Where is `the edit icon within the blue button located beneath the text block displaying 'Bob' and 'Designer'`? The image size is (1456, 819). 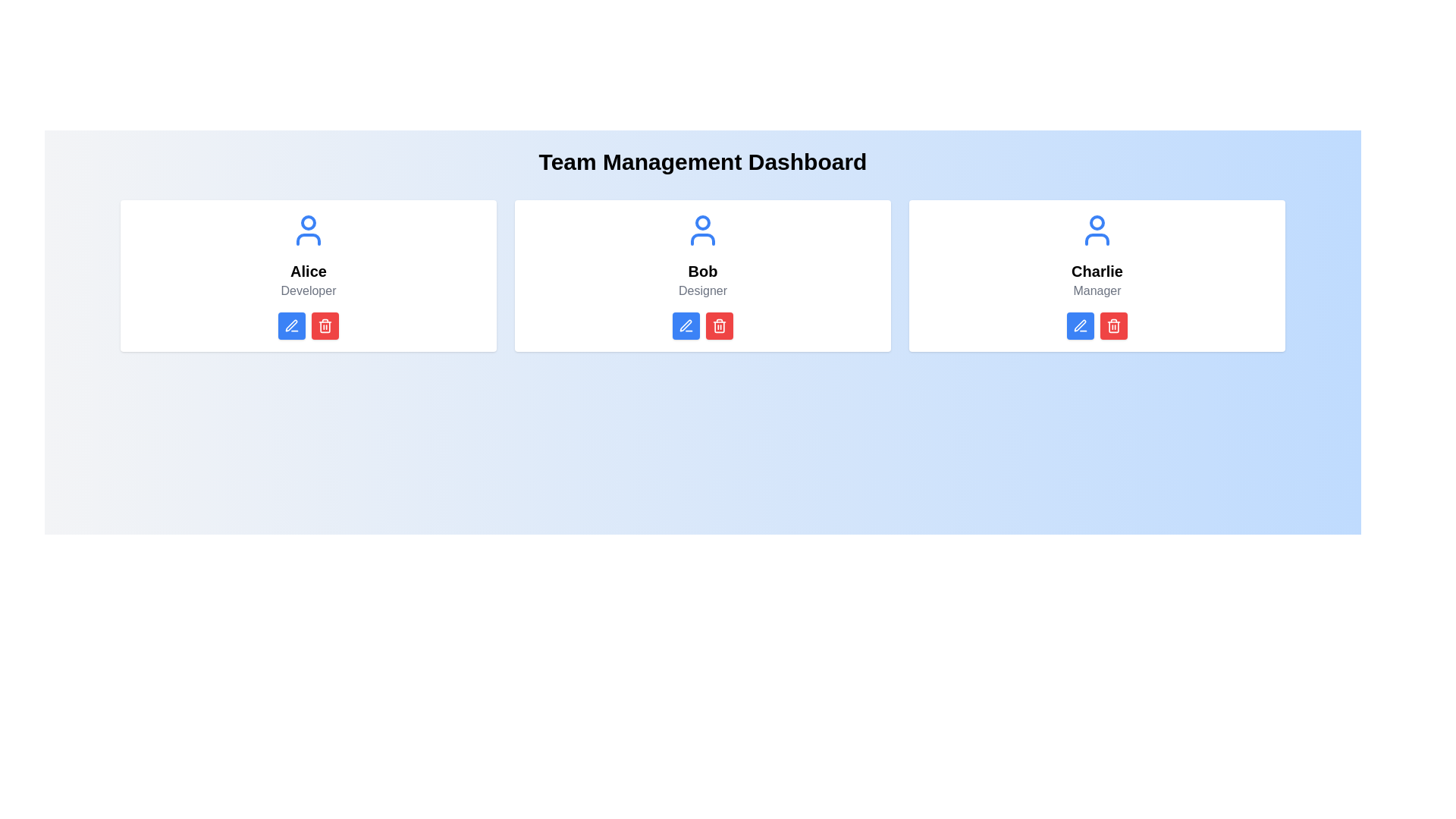
the edit icon within the blue button located beneath the text block displaying 'Bob' and 'Designer' is located at coordinates (686, 325).